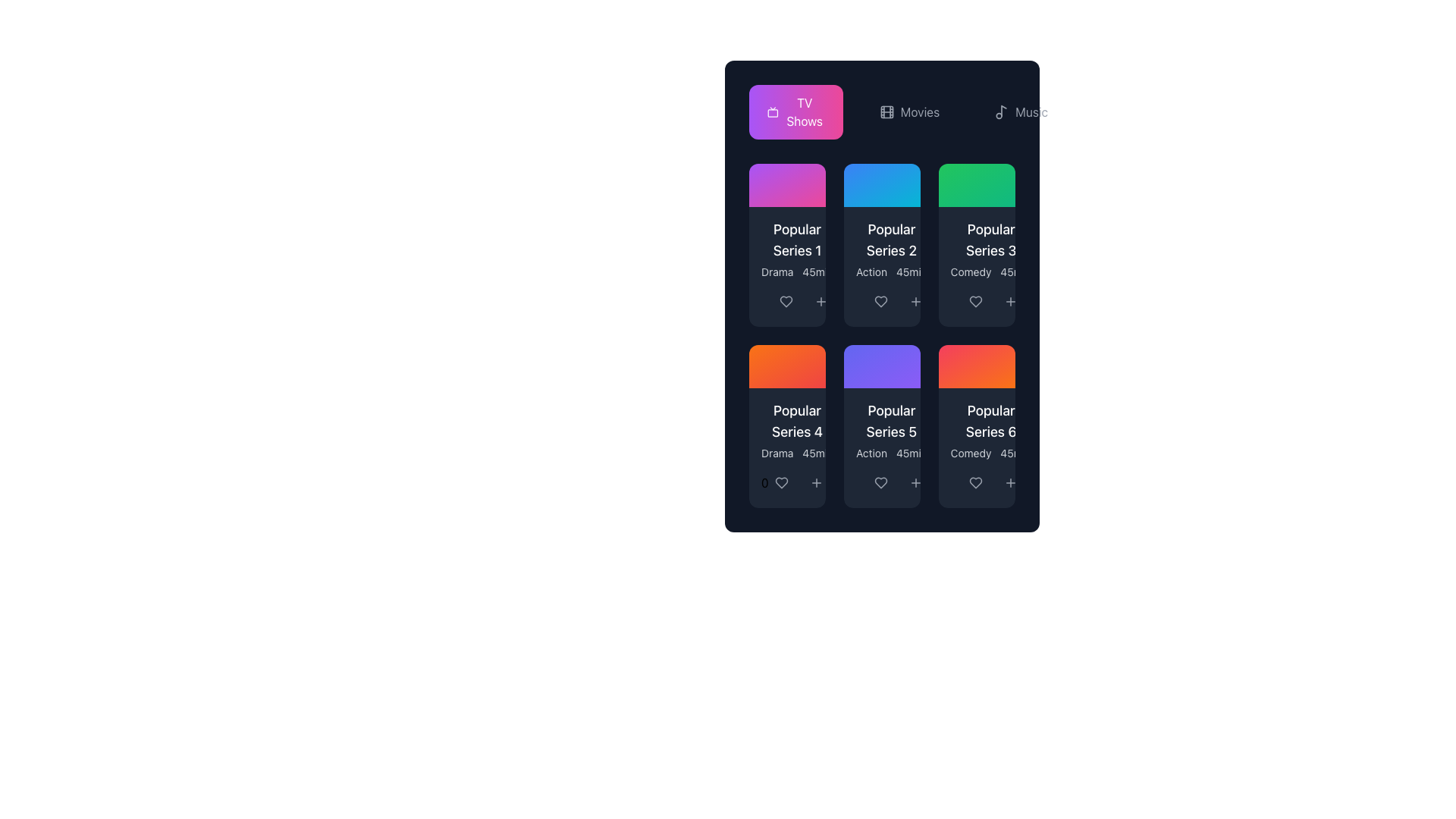 This screenshot has width=1456, height=819. Describe the element at coordinates (886, 111) in the screenshot. I see `the small SVG icon resembling a filmstrip located in the 'Movies' navigation section, positioned left of the 'Movies' text label and right of 'TV Shows'` at that location.